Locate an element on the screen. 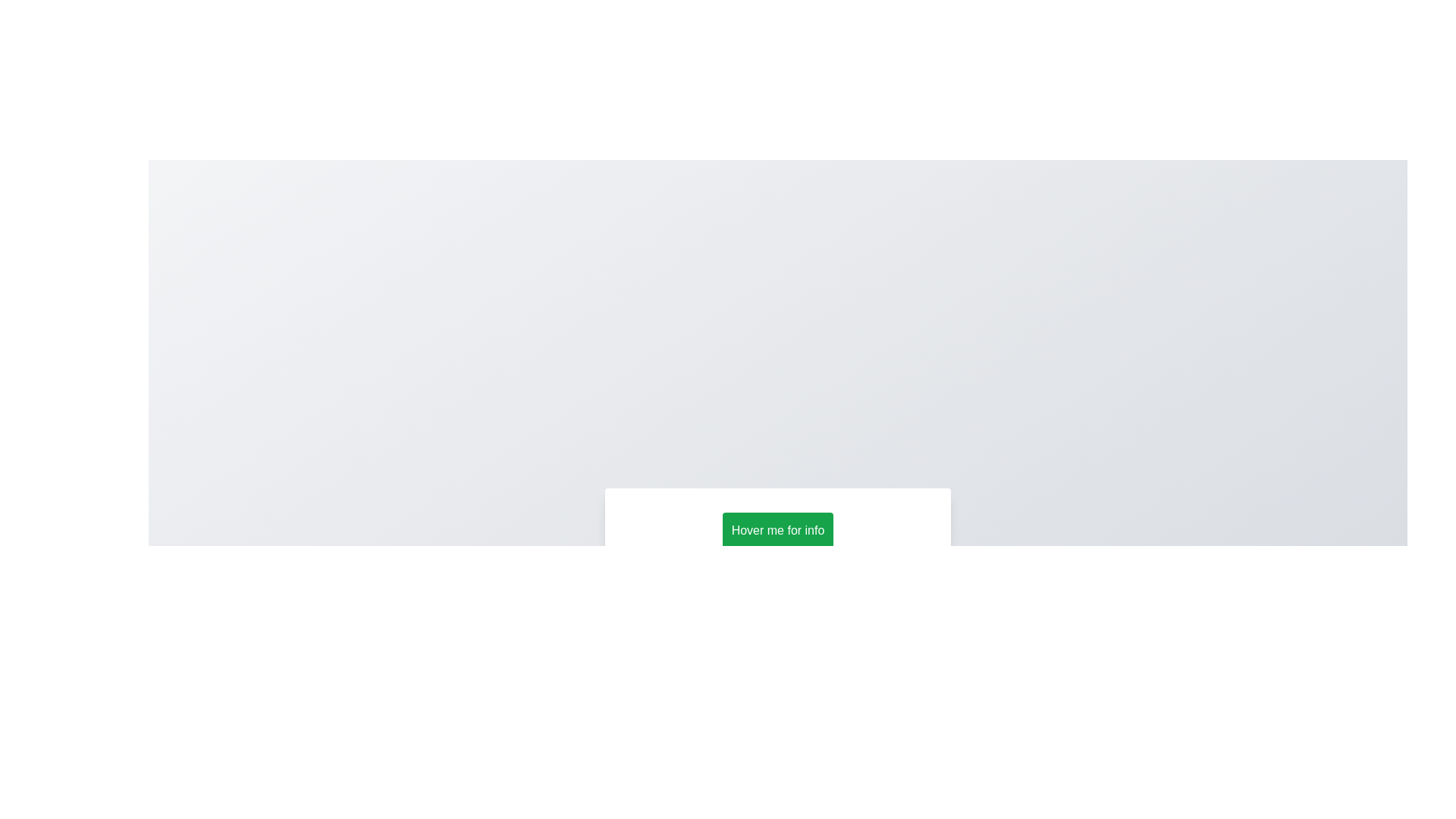 Image resolution: width=1456 pixels, height=819 pixels. the green button with the phrase 'Hover me for info' is located at coordinates (778, 529).